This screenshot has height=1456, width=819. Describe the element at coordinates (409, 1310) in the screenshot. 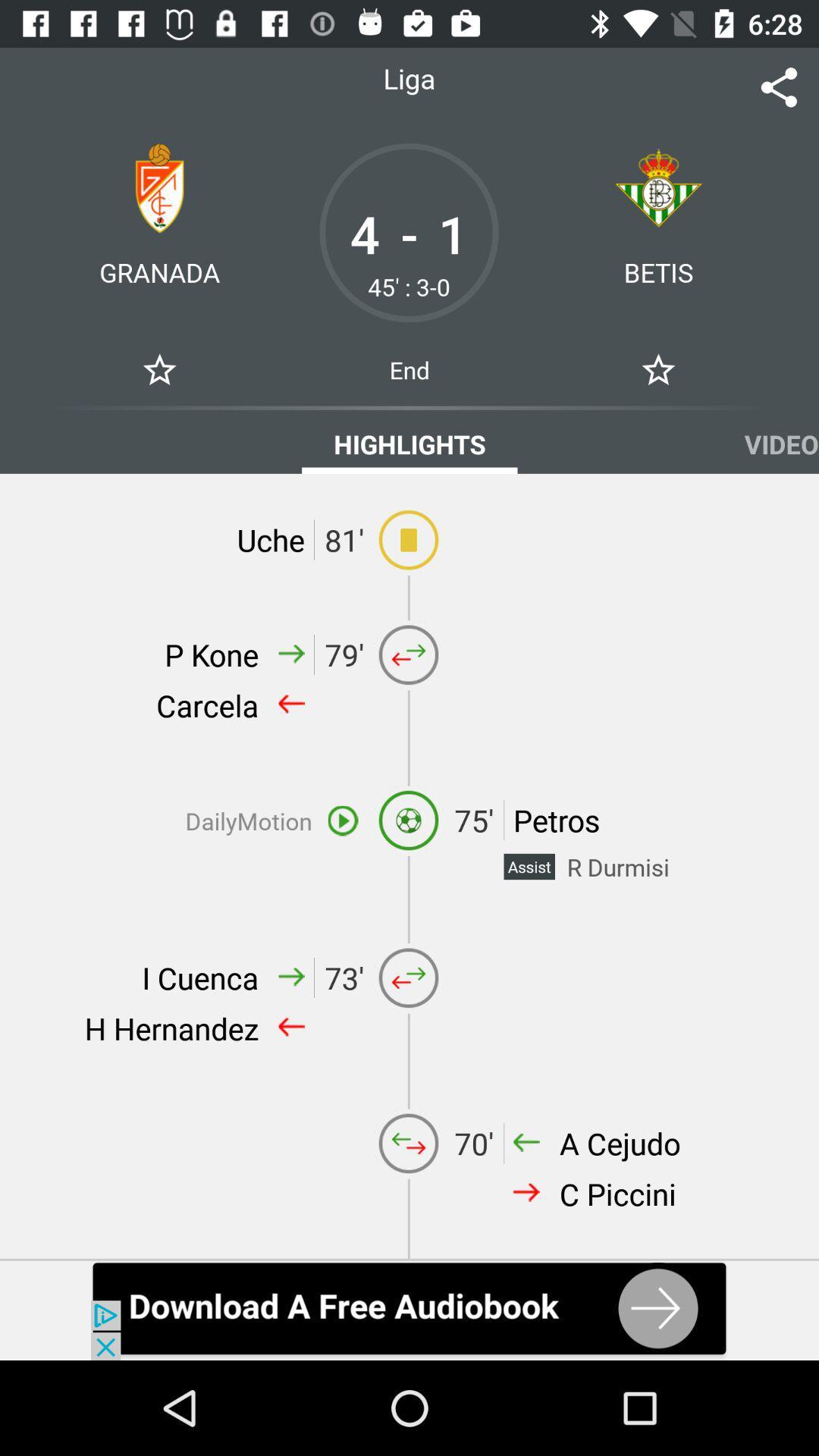

I see `open advertisement` at that location.